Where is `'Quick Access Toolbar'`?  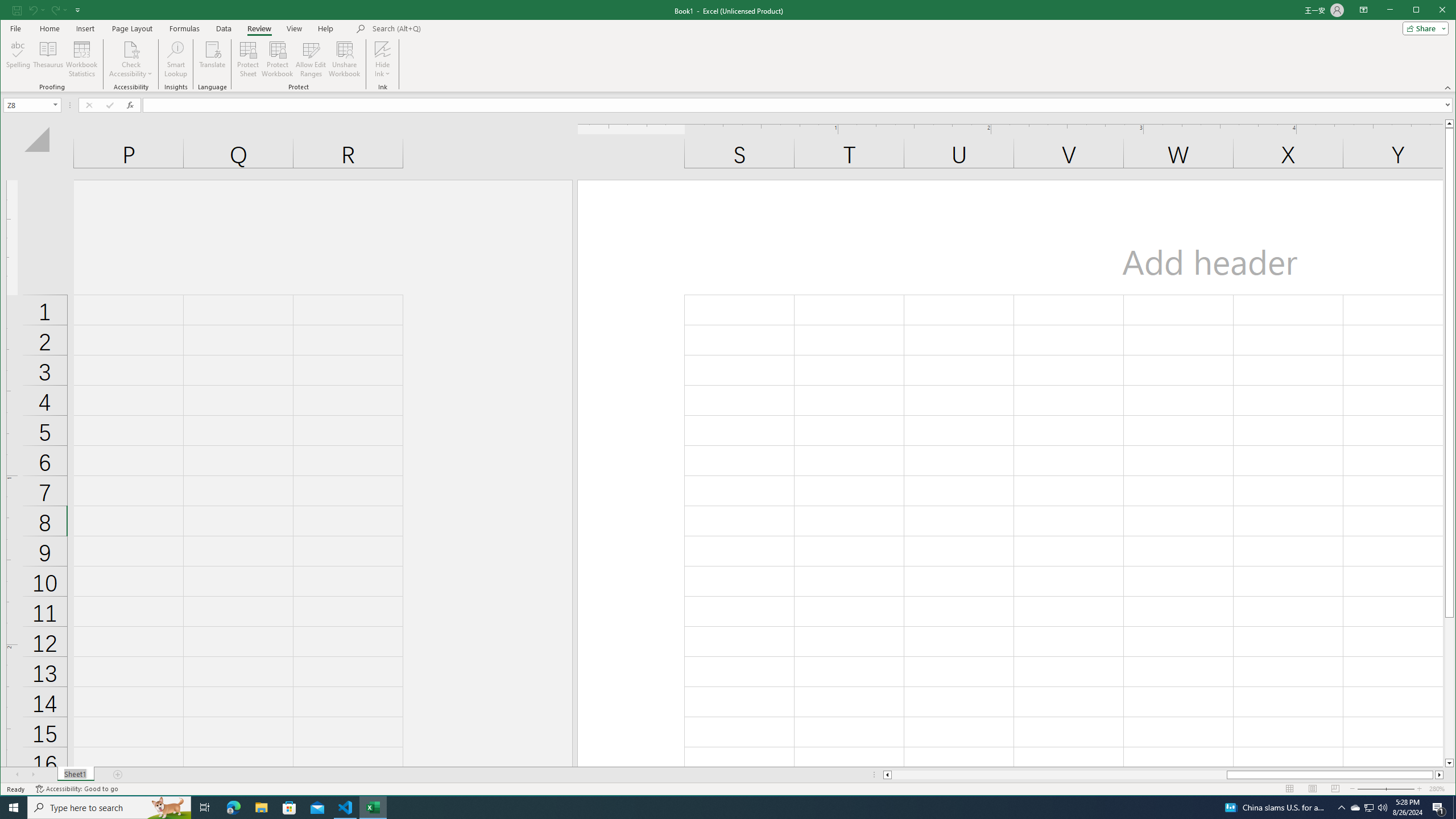
'Quick Access Toolbar' is located at coordinates (47, 10).